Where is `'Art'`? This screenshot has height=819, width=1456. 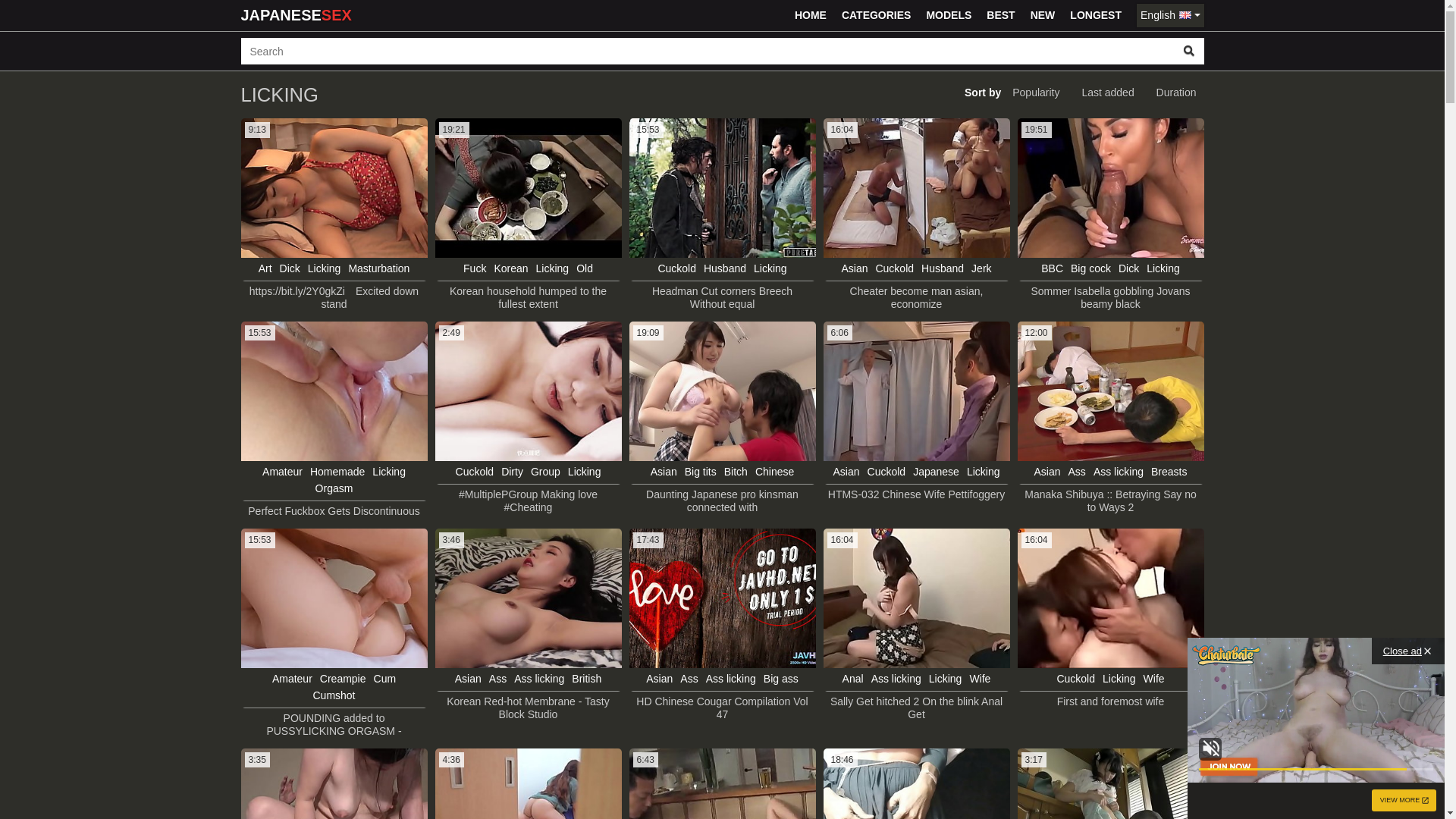 'Art' is located at coordinates (265, 268).